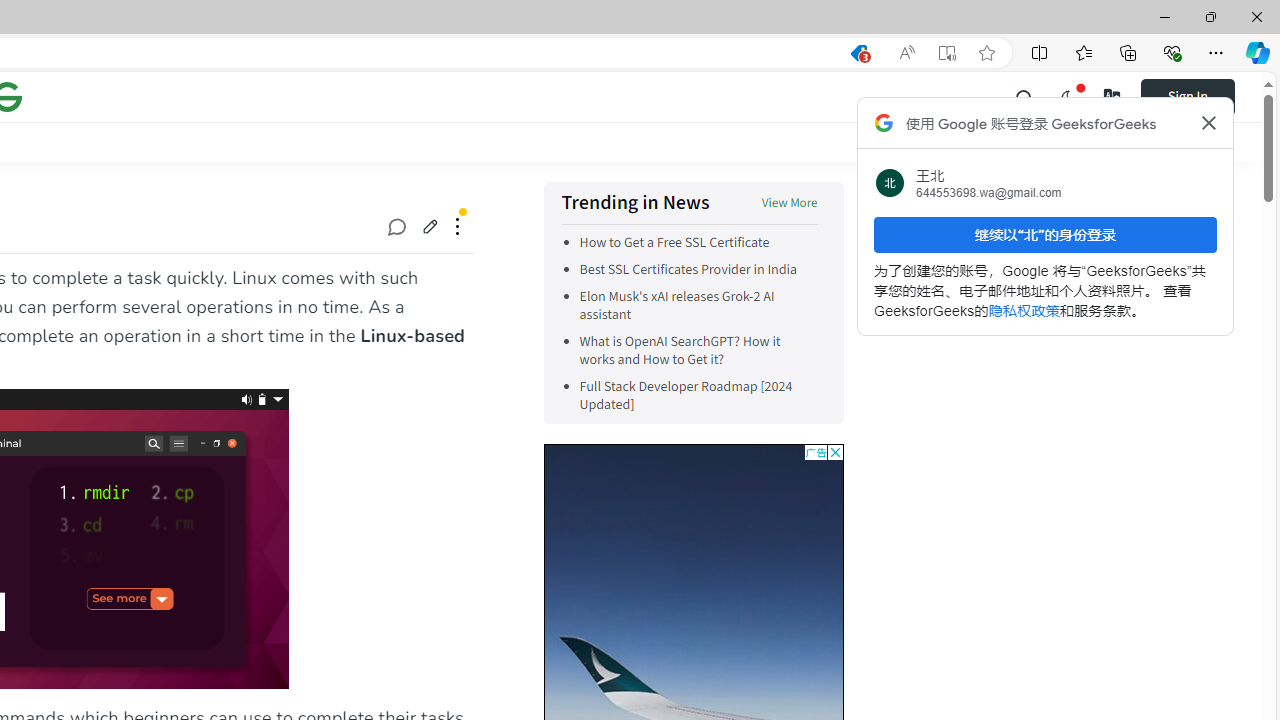 The height and width of the screenshot is (720, 1280). What do you see at coordinates (1200, 96) in the screenshot?
I see `'Sign In'` at bounding box center [1200, 96].